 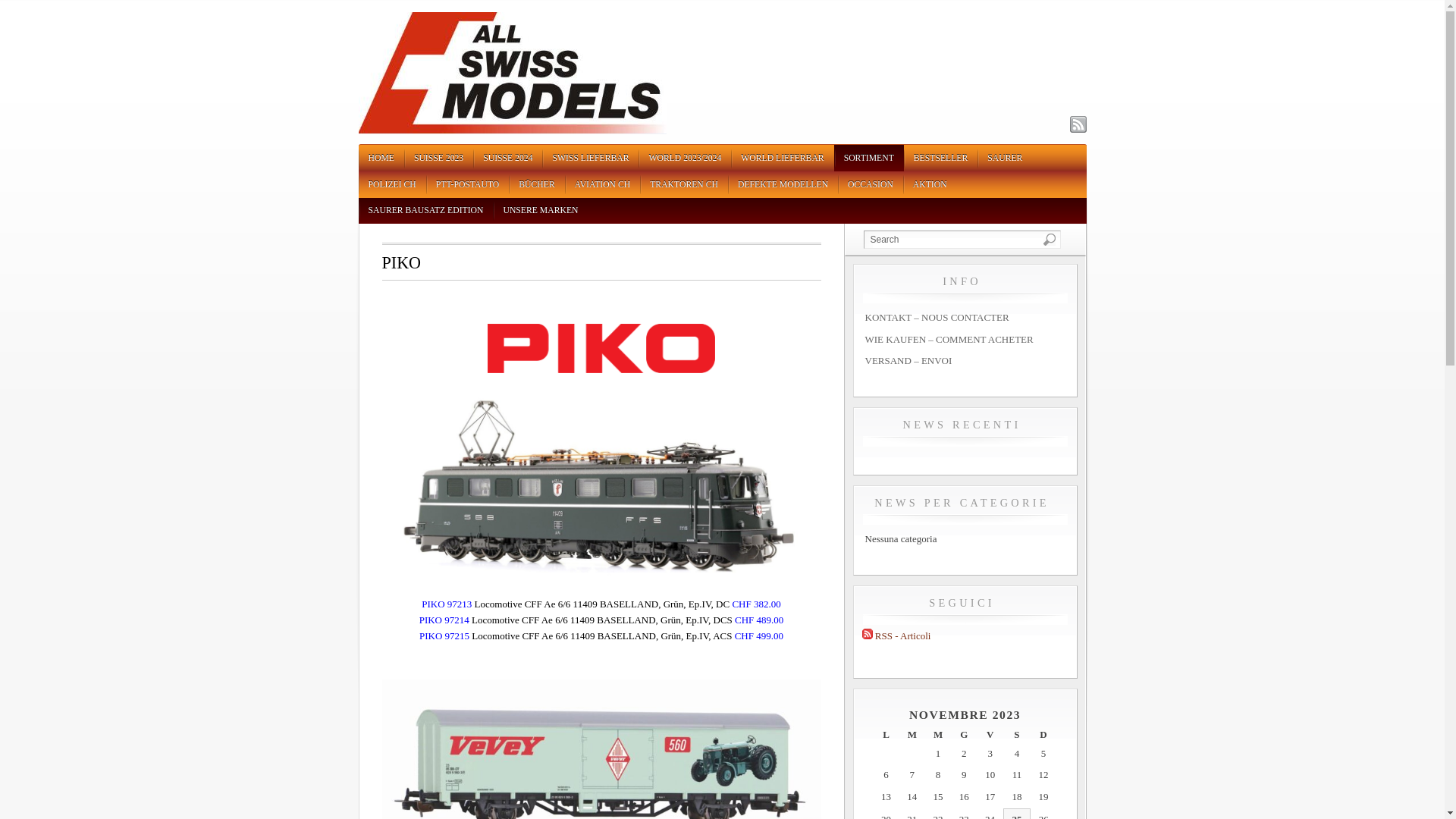 What do you see at coordinates (869, 158) in the screenshot?
I see `'SORTIMENT'` at bounding box center [869, 158].